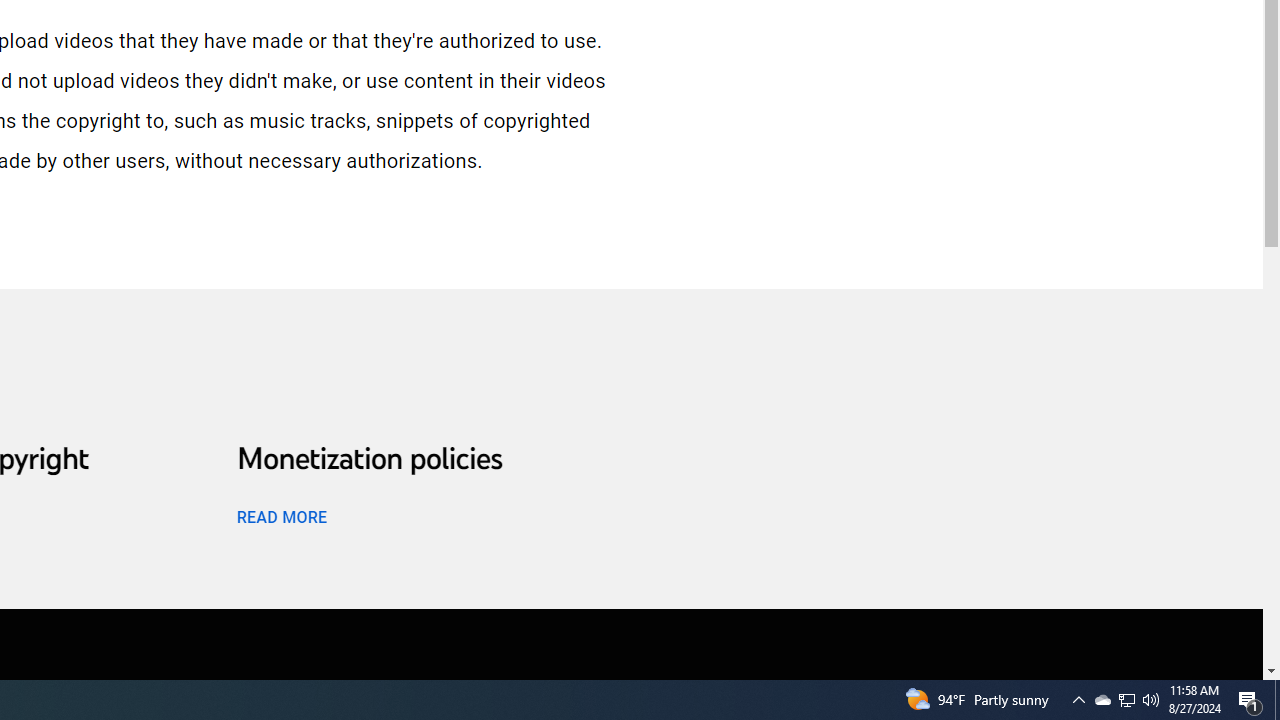 This screenshot has width=1280, height=720. I want to click on 'READ MORE', so click(280, 515).